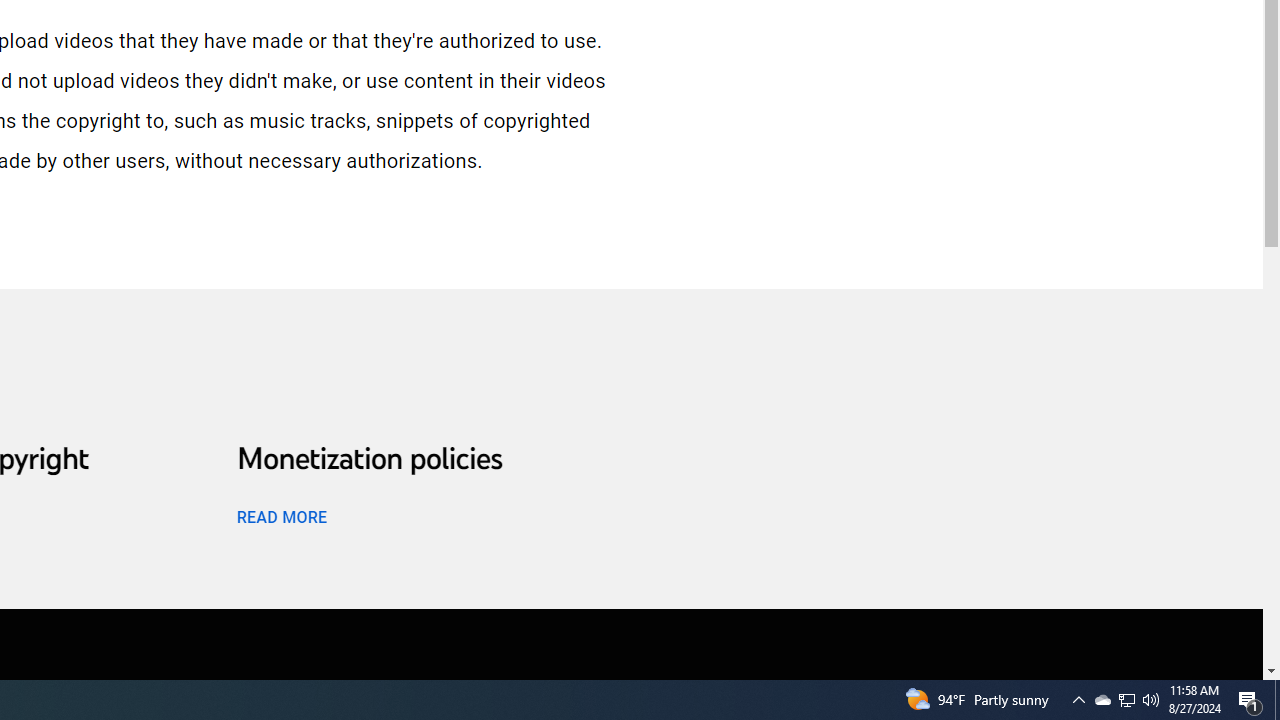 This screenshot has width=1280, height=720. I want to click on 'READ MORE', so click(280, 515).